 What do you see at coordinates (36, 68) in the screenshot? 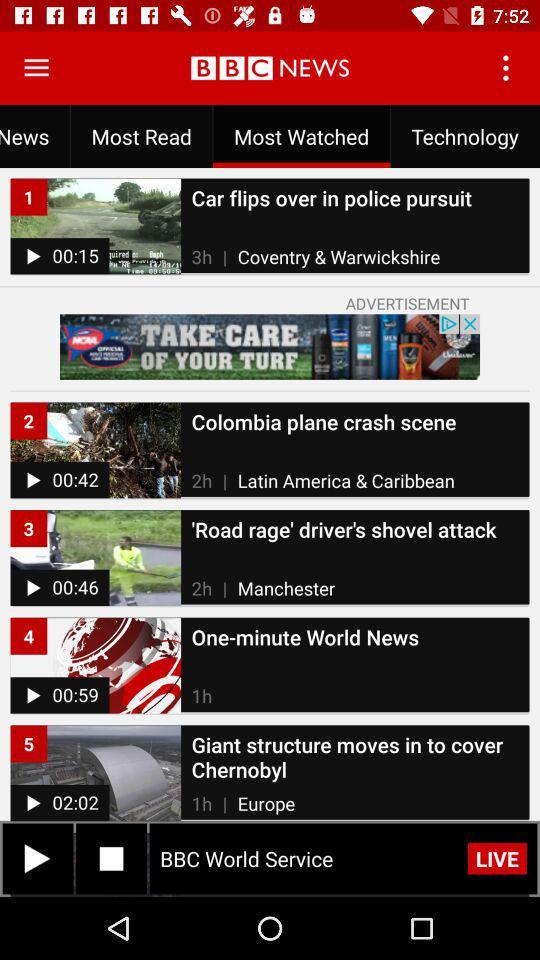
I see `show the website menu` at bounding box center [36, 68].